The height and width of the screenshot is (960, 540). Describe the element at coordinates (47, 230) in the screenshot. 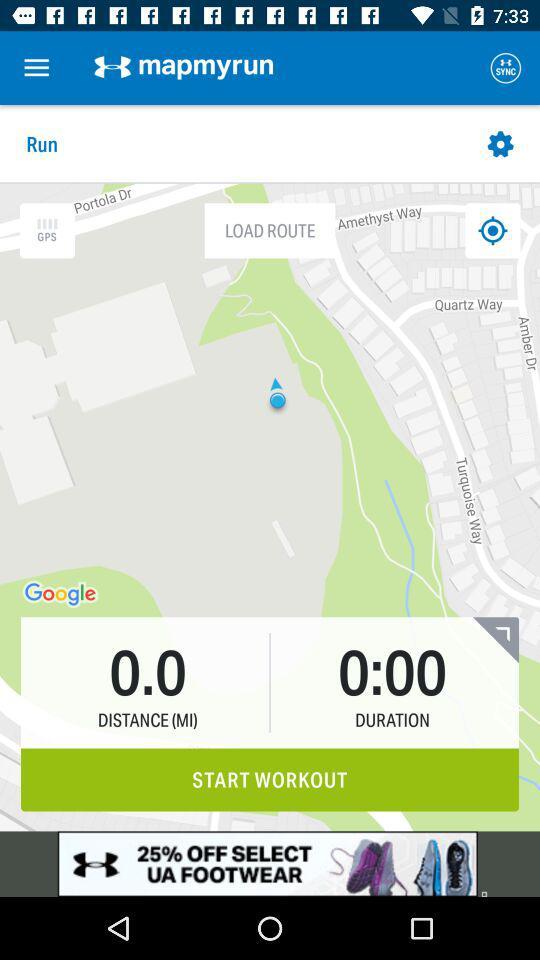

I see `the icon which is left to the load route` at that location.